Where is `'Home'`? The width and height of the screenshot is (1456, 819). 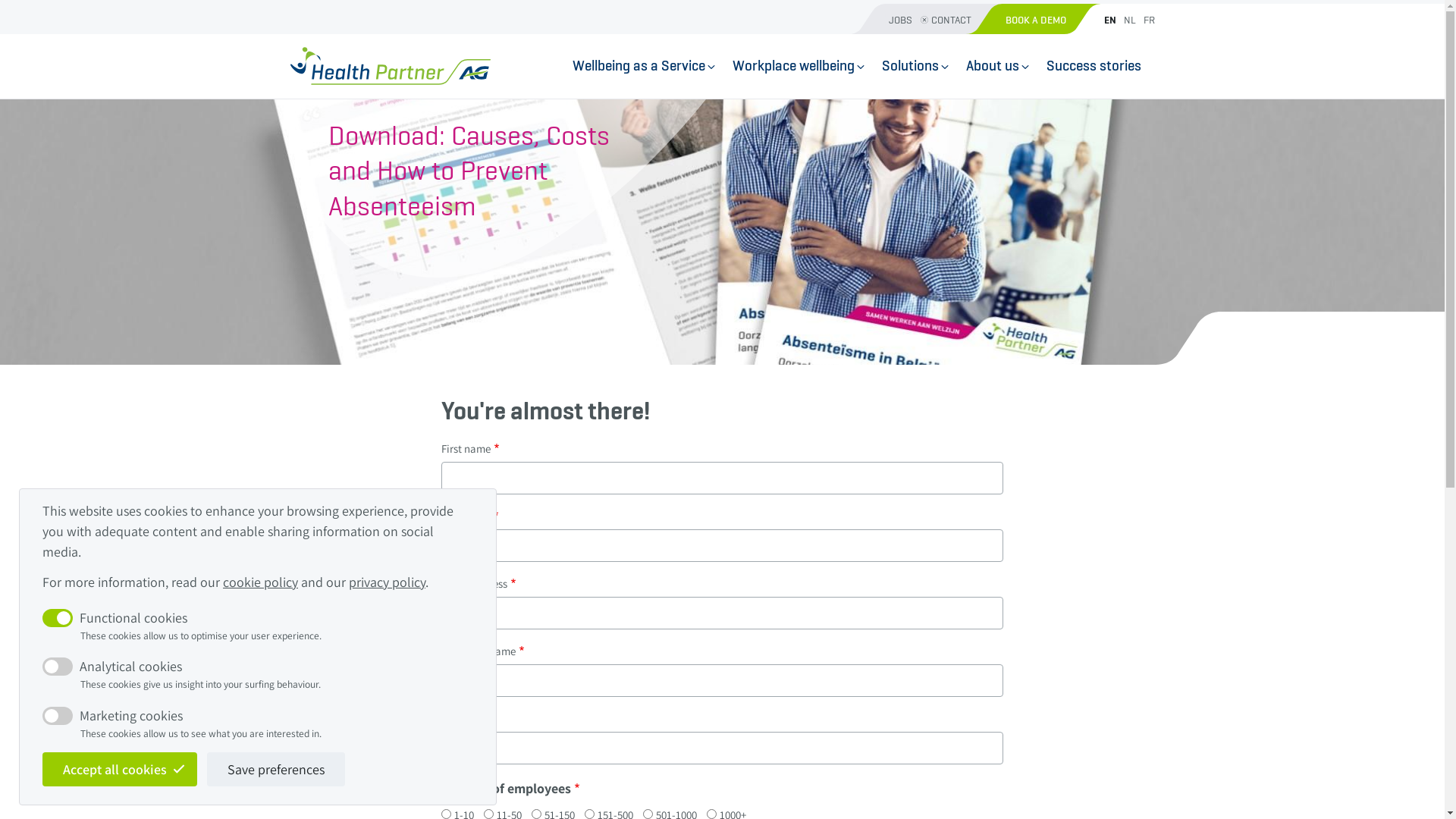
'Home' is located at coordinates (389, 65).